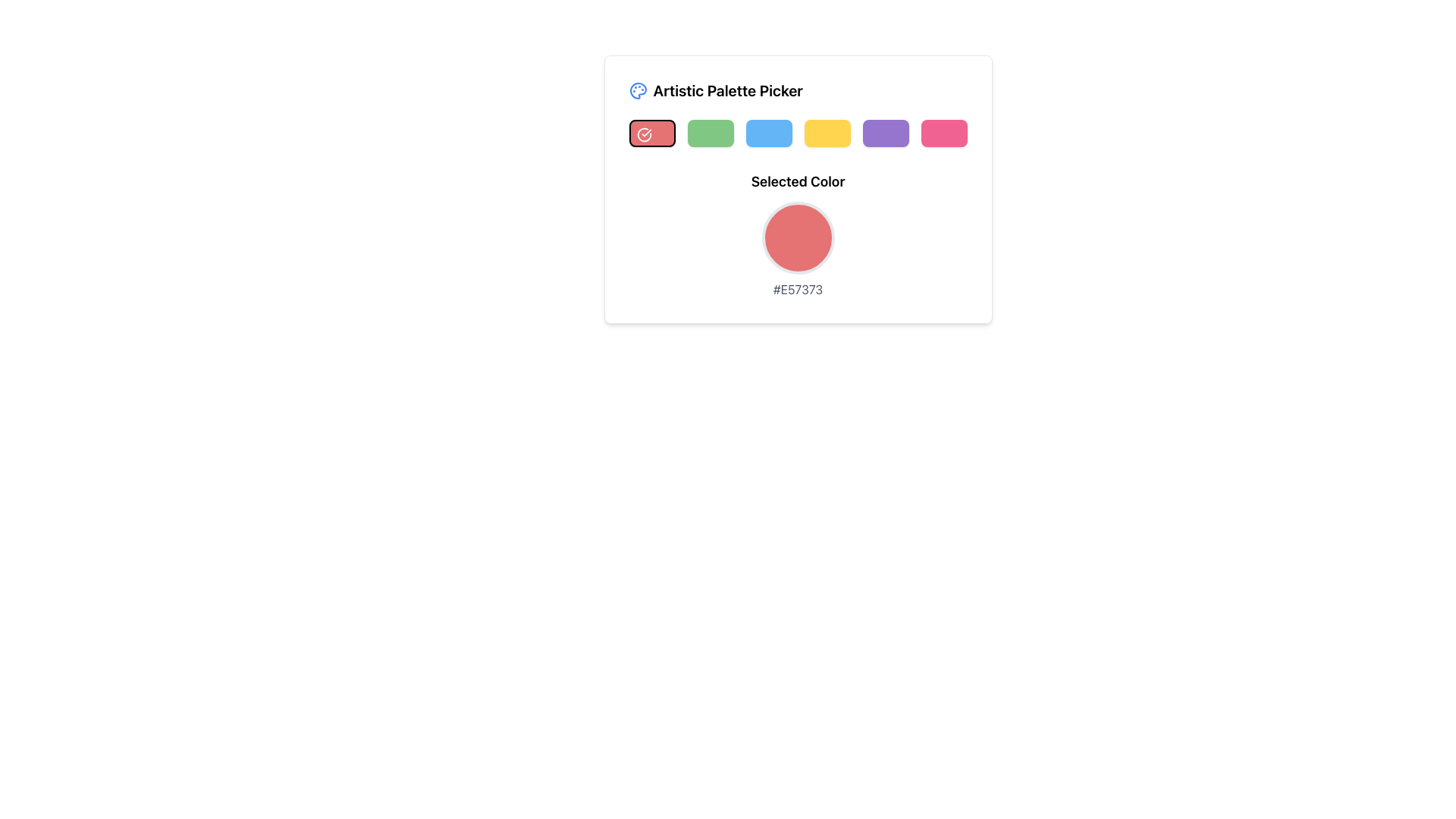 Image resolution: width=1456 pixels, height=819 pixels. I want to click on the sixth color option button in the palette picker interface, so click(943, 133).